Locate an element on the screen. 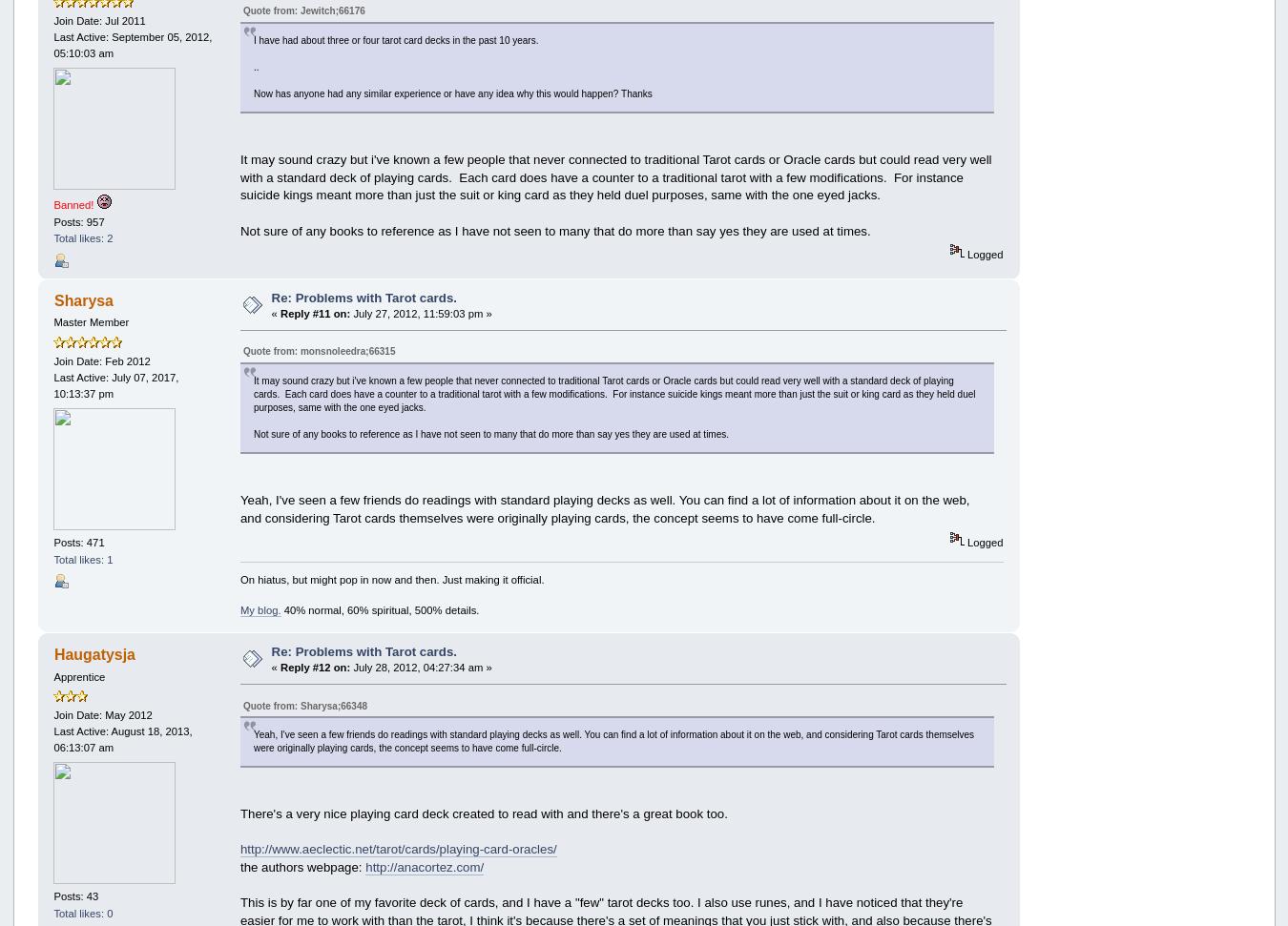  'Quote from: Jewitch;66176' is located at coordinates (302, 10).